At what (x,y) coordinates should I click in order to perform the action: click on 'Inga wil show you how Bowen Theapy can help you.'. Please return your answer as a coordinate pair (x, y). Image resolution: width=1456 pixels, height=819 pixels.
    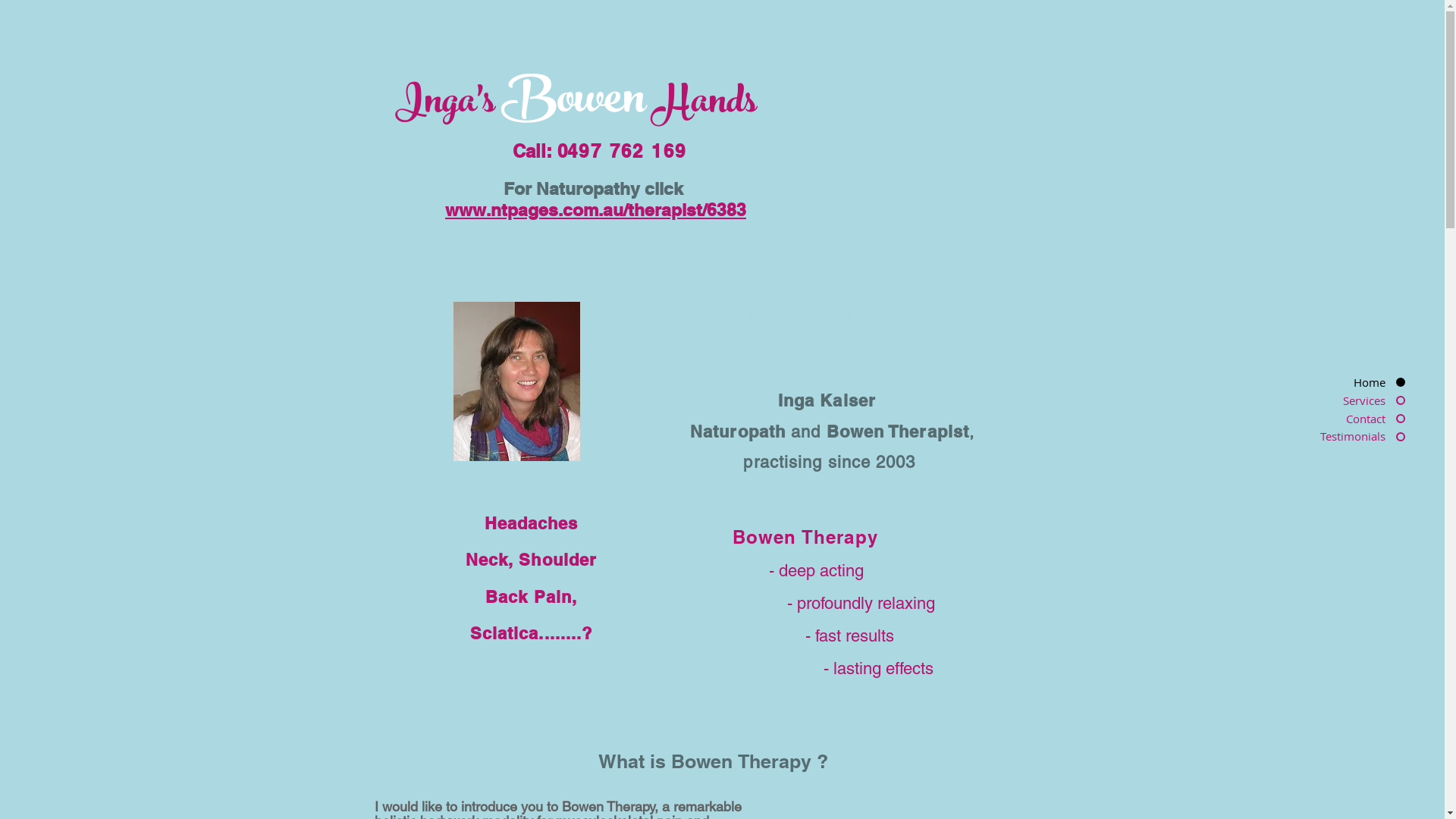
    Looking at the image, I should click on (516, 380).